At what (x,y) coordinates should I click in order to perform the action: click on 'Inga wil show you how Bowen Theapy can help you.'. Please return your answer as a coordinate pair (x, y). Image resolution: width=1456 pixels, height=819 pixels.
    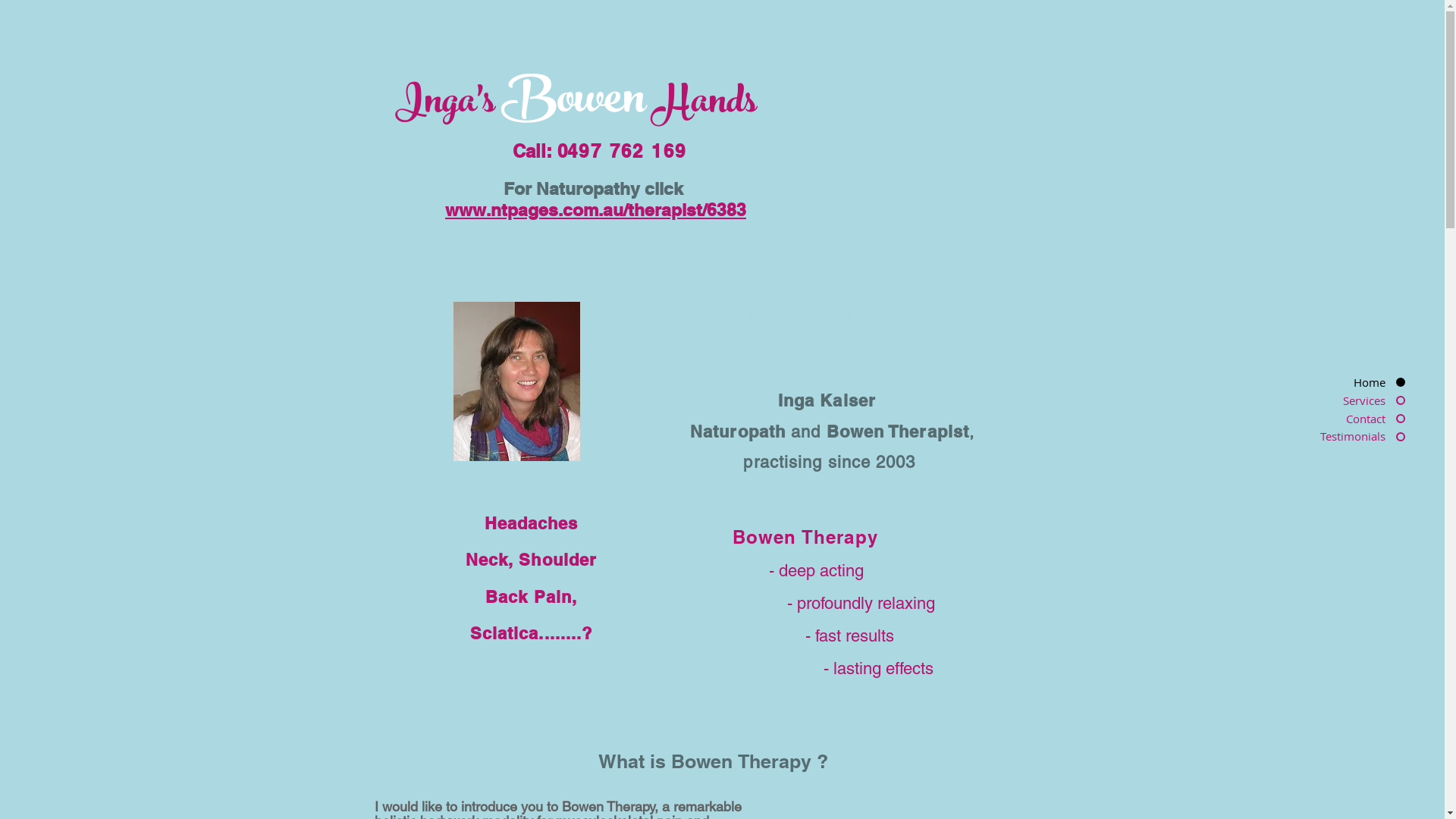
    Looking at the image, I should click on (516, 380).